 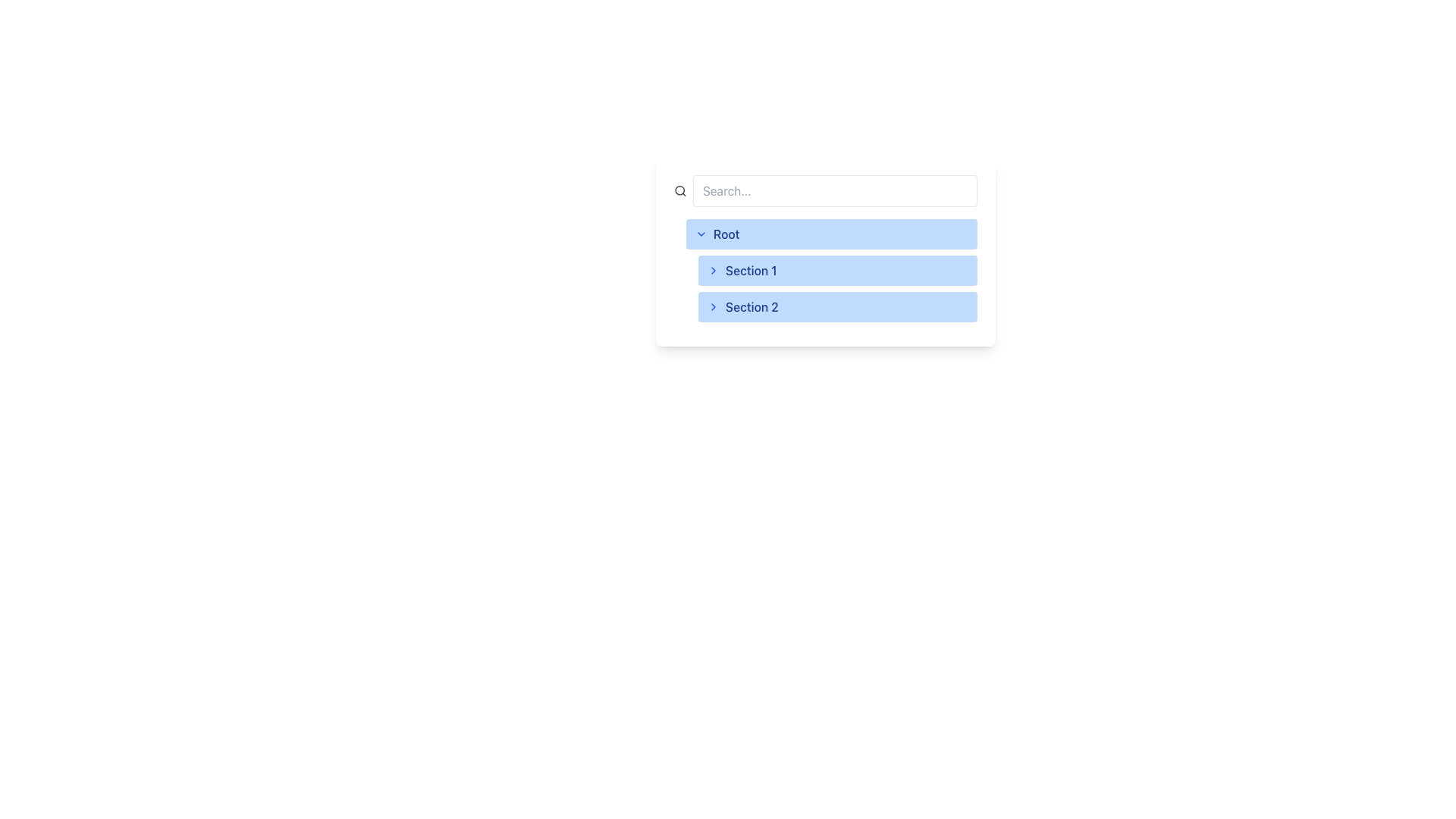 I want to click on the 'Root' Label element, which is displayed in bold blue font and is part of the navigation menu, positioned next to a chevron icon, so click(x=726, y=234).